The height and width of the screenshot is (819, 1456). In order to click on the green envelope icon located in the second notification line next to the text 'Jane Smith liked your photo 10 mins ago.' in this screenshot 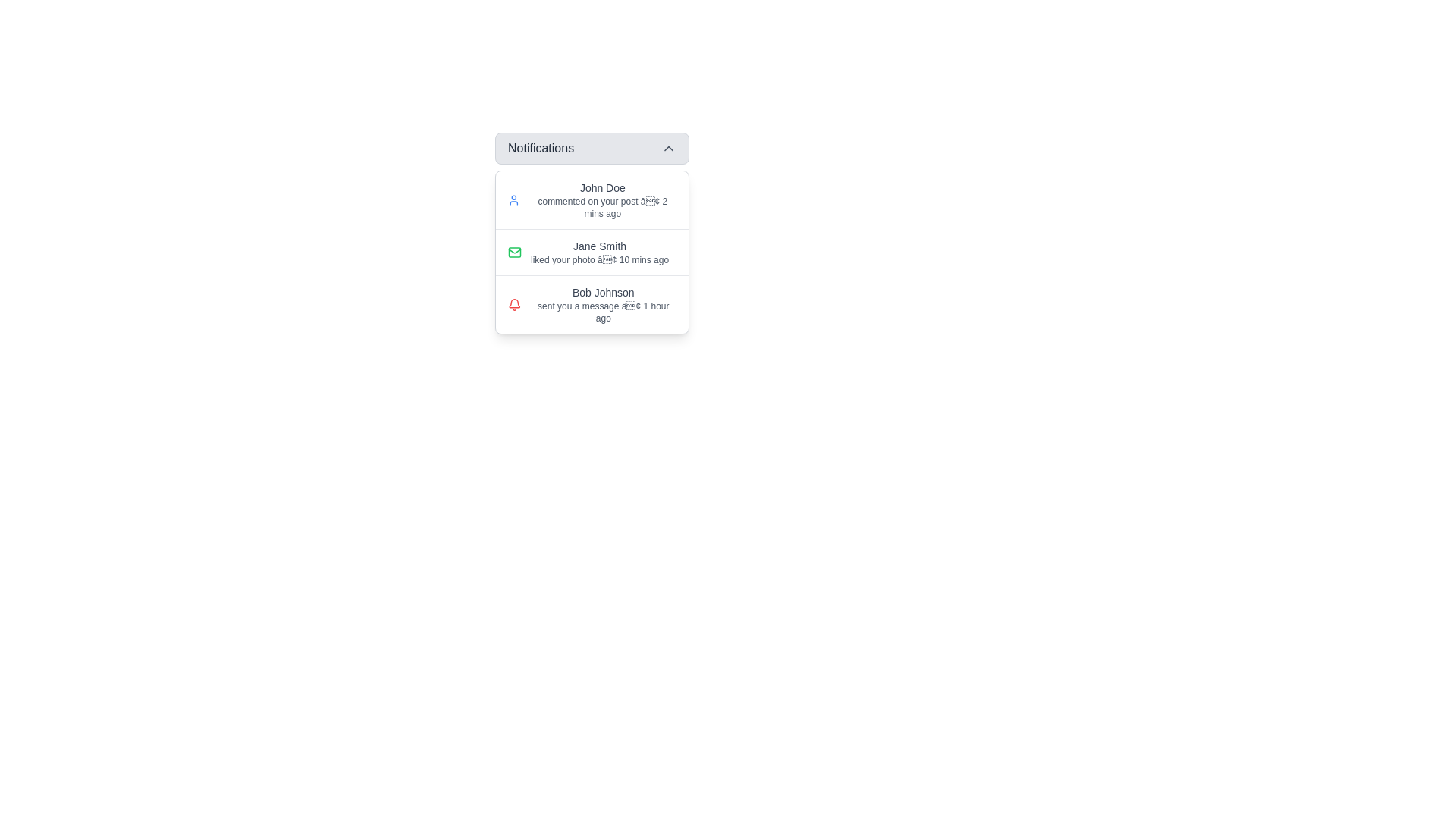, I will do `click(514, 251)`.